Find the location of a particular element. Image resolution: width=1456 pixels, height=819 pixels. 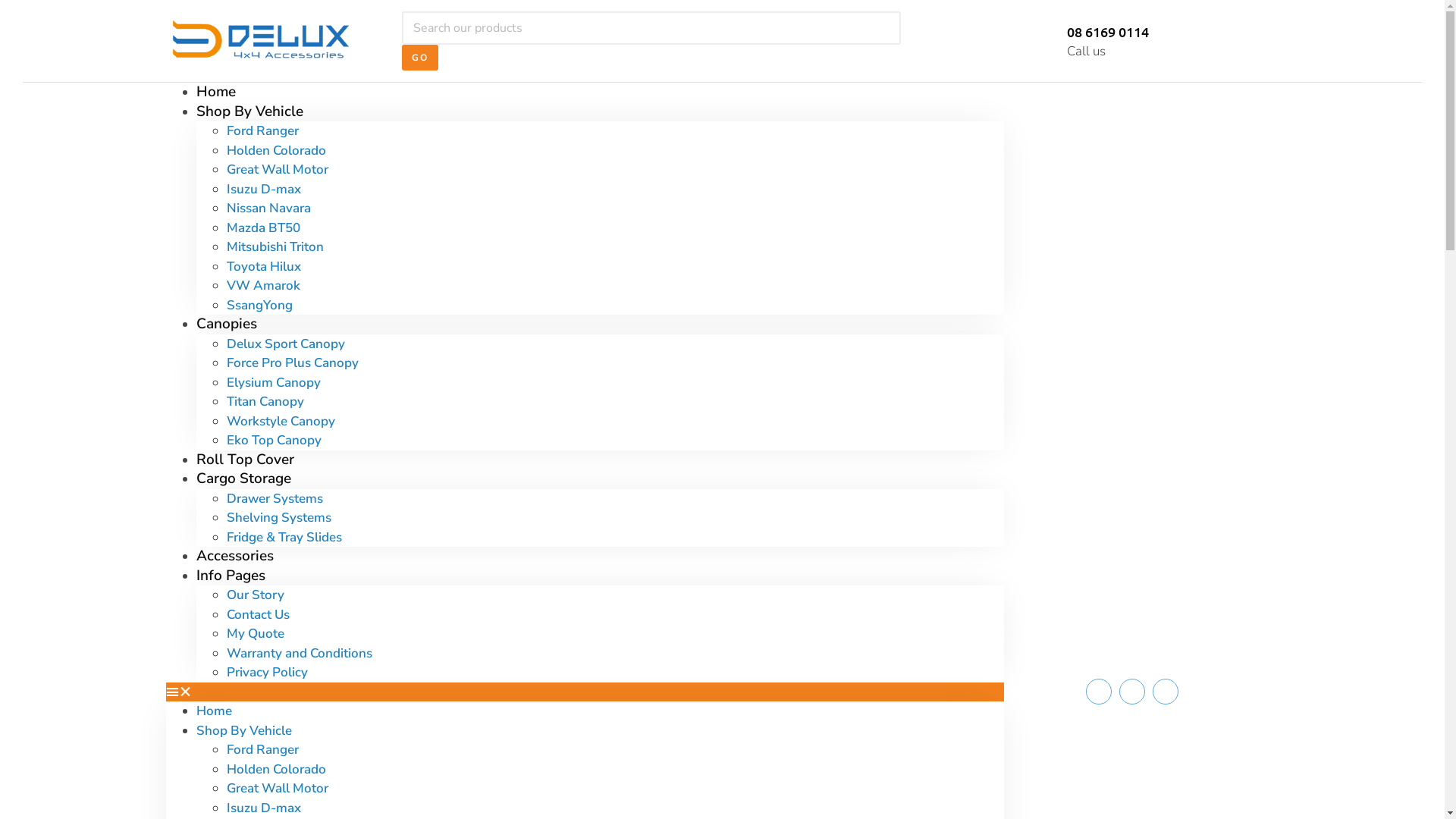

'Canopies' is located at coordinates (195, 323).